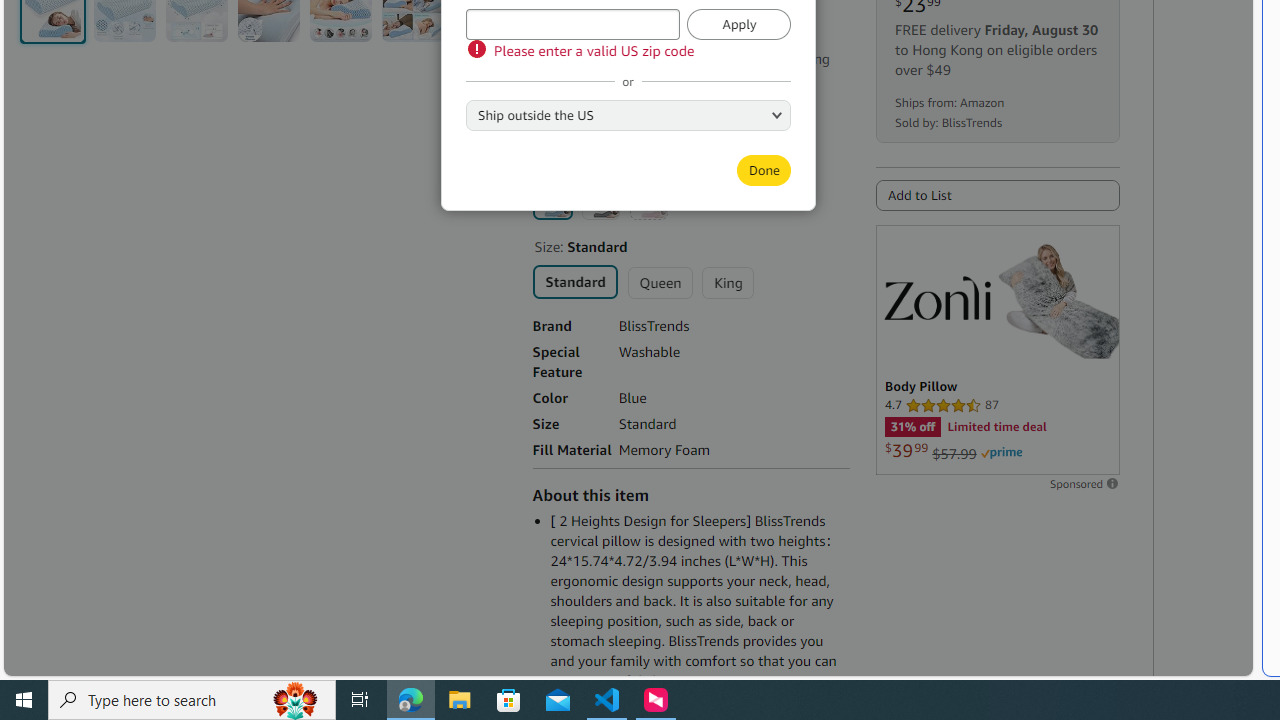  What do you see at coordinates (997, 348) in the screenshot?
I see `'Sponsored ad'` at bounding box center [997, 348].